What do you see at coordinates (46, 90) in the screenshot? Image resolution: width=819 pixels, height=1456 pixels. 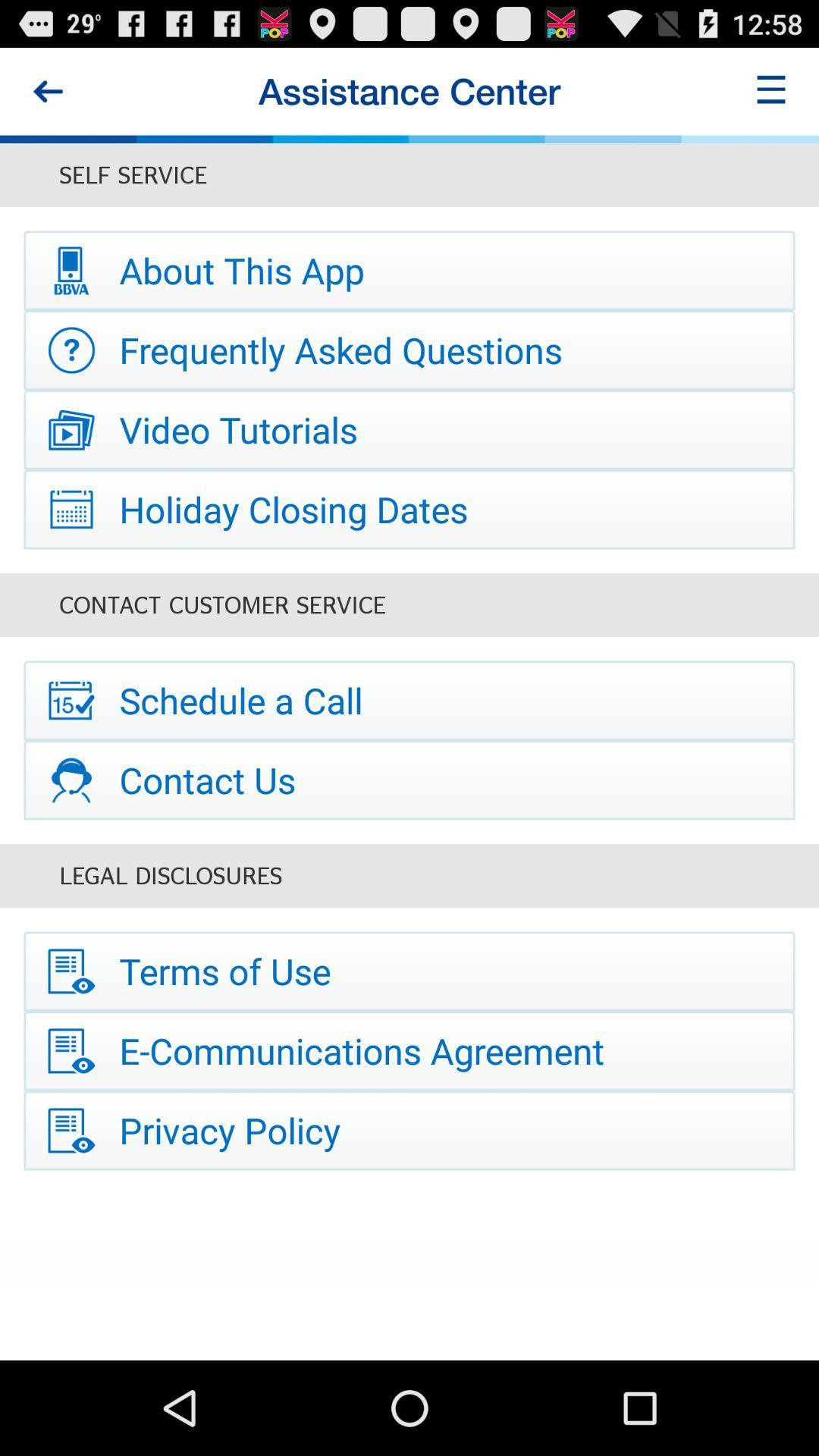 I see `previous` at bounding box center [46, 90].